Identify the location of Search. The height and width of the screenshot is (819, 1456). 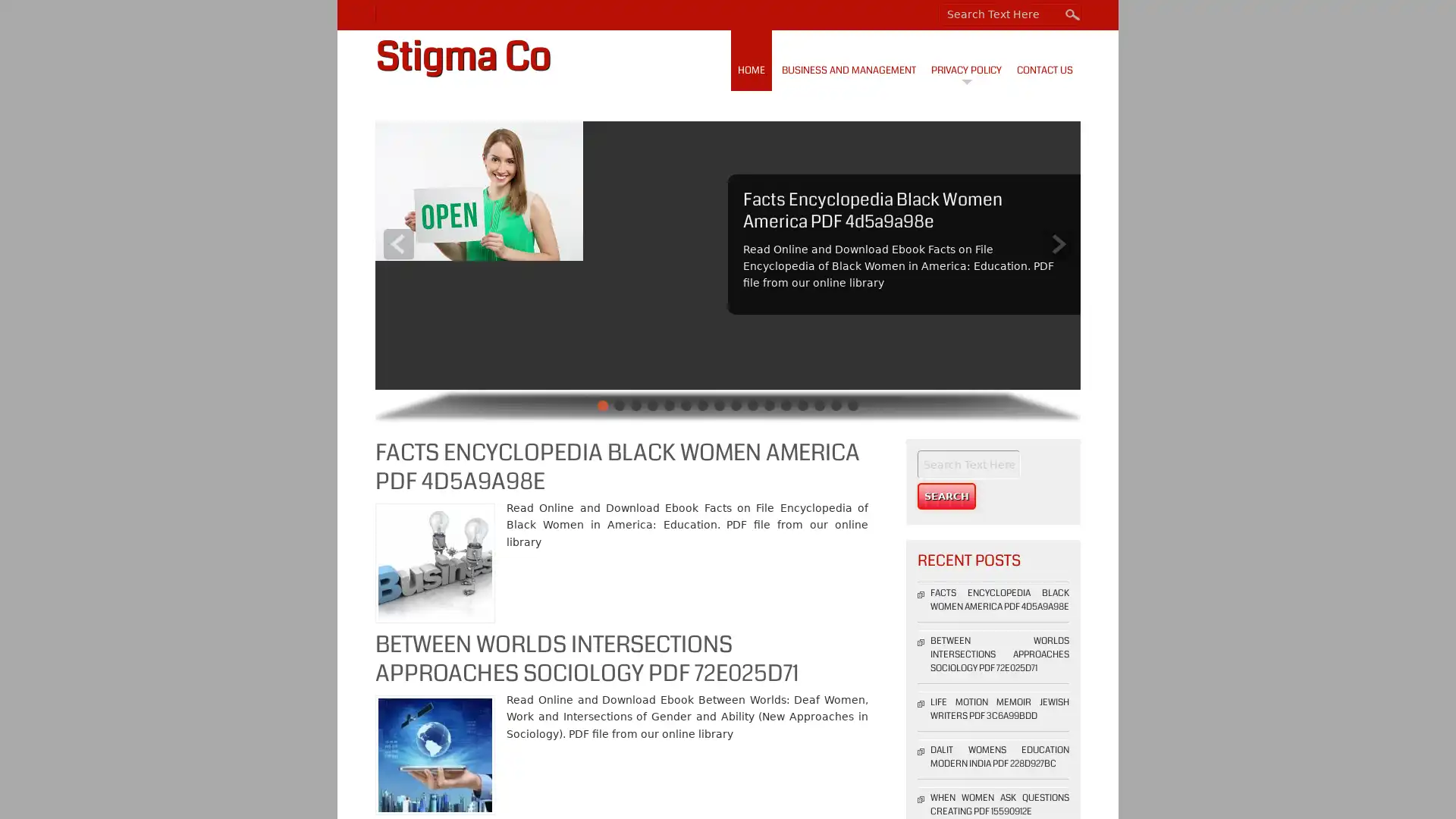
(946, 496).